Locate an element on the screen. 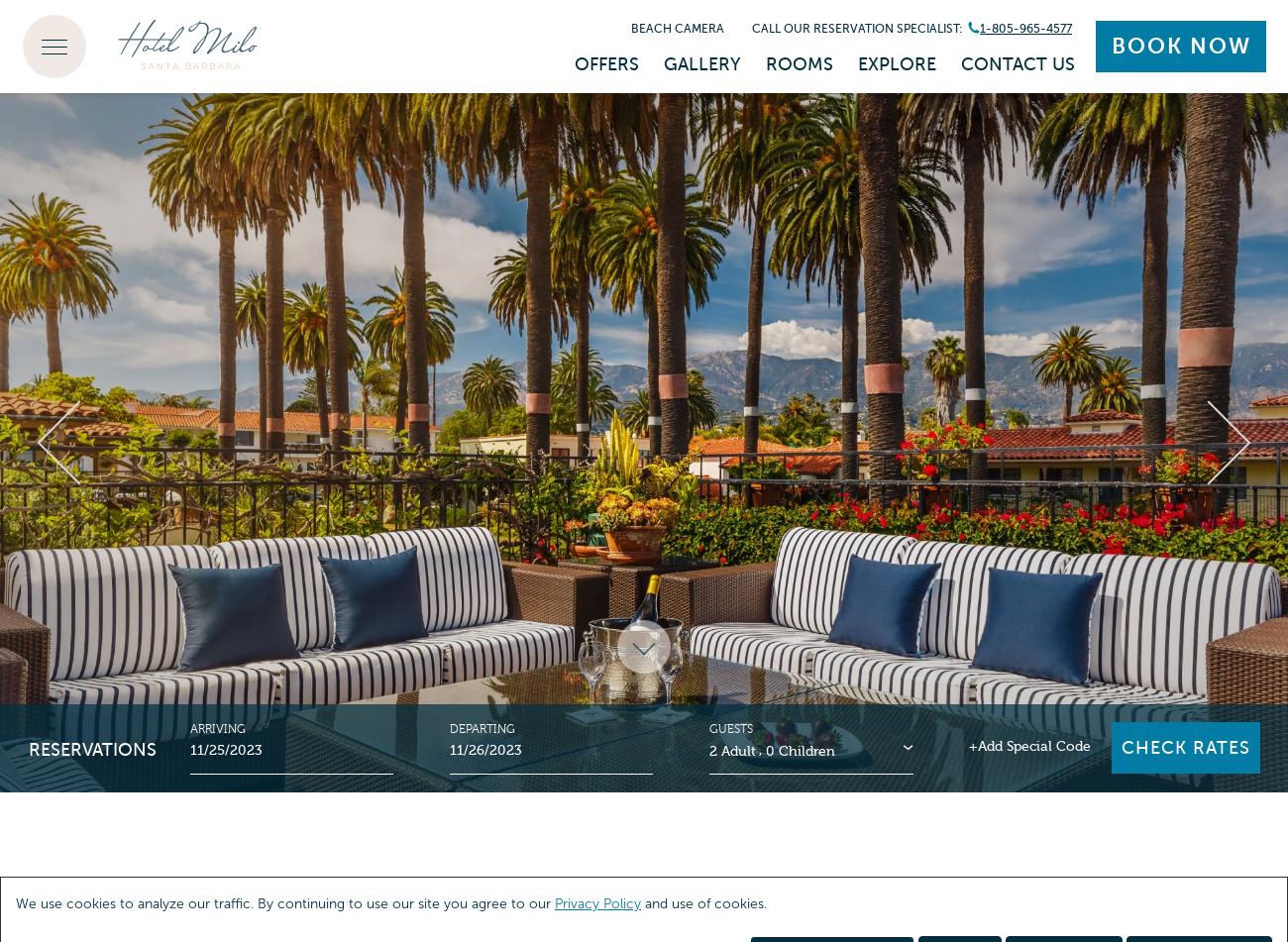 This screenshot has width=1288, height=942. 'Offers' is located at coordinates (606, 63).